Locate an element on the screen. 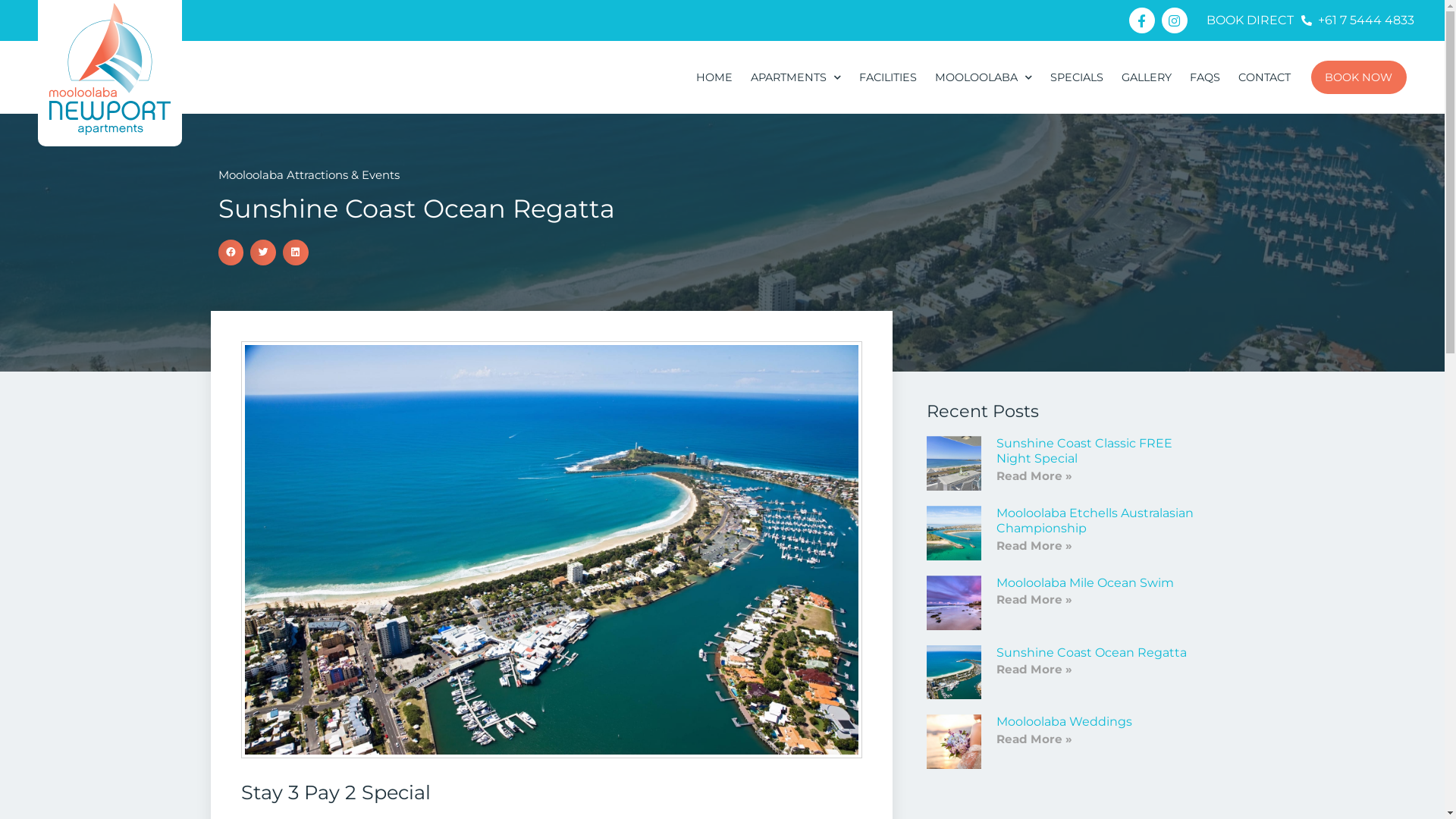 The image size is (1456, 819). 'BOOK NOW' is located at coordinates (1358, 77).